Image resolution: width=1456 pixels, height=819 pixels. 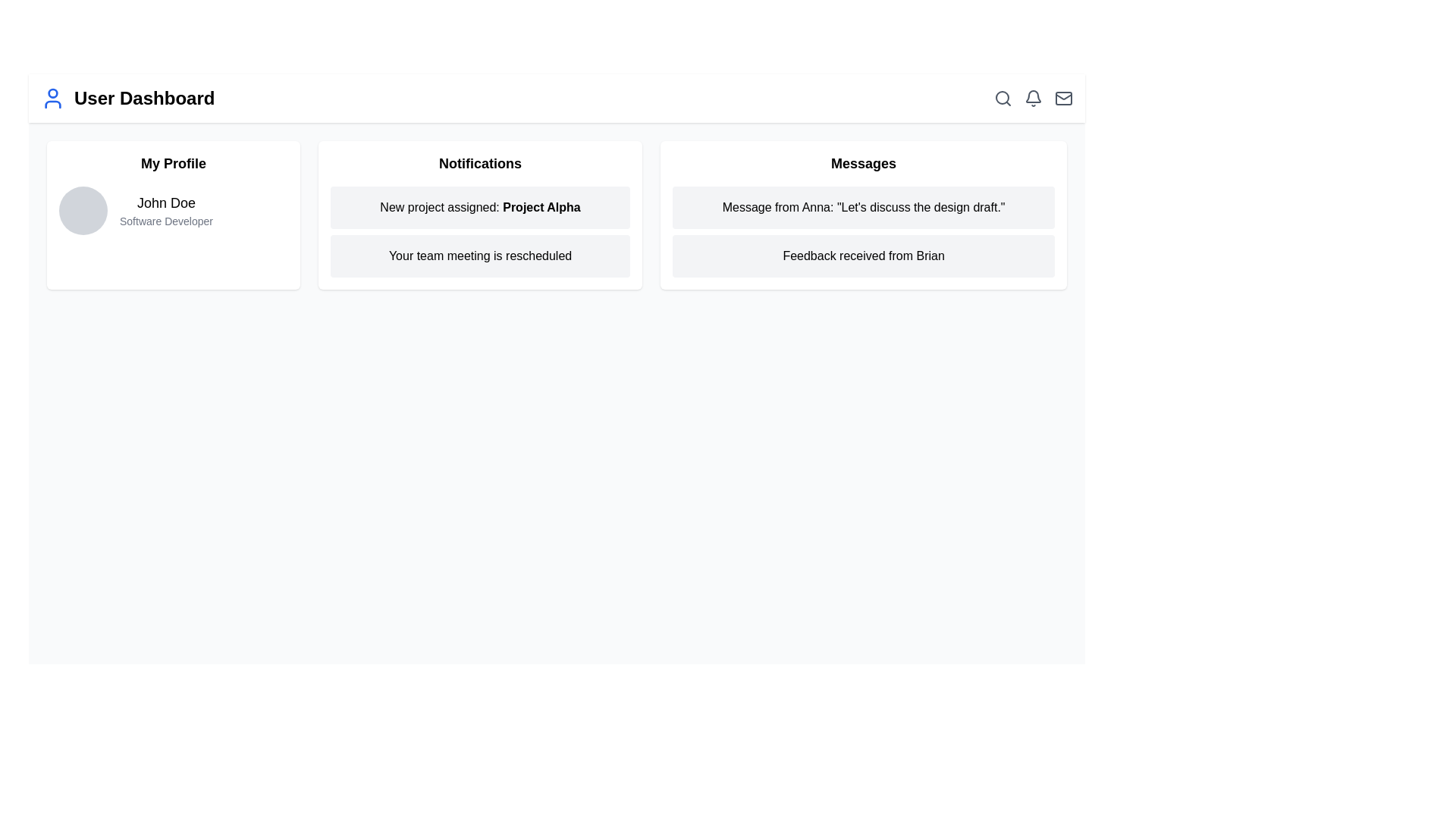 I want to click on over the header bar element located at the top of the interface, which includes the 'User Dashboard' text and three interactive icons on the right, so click(x=556, y=99).